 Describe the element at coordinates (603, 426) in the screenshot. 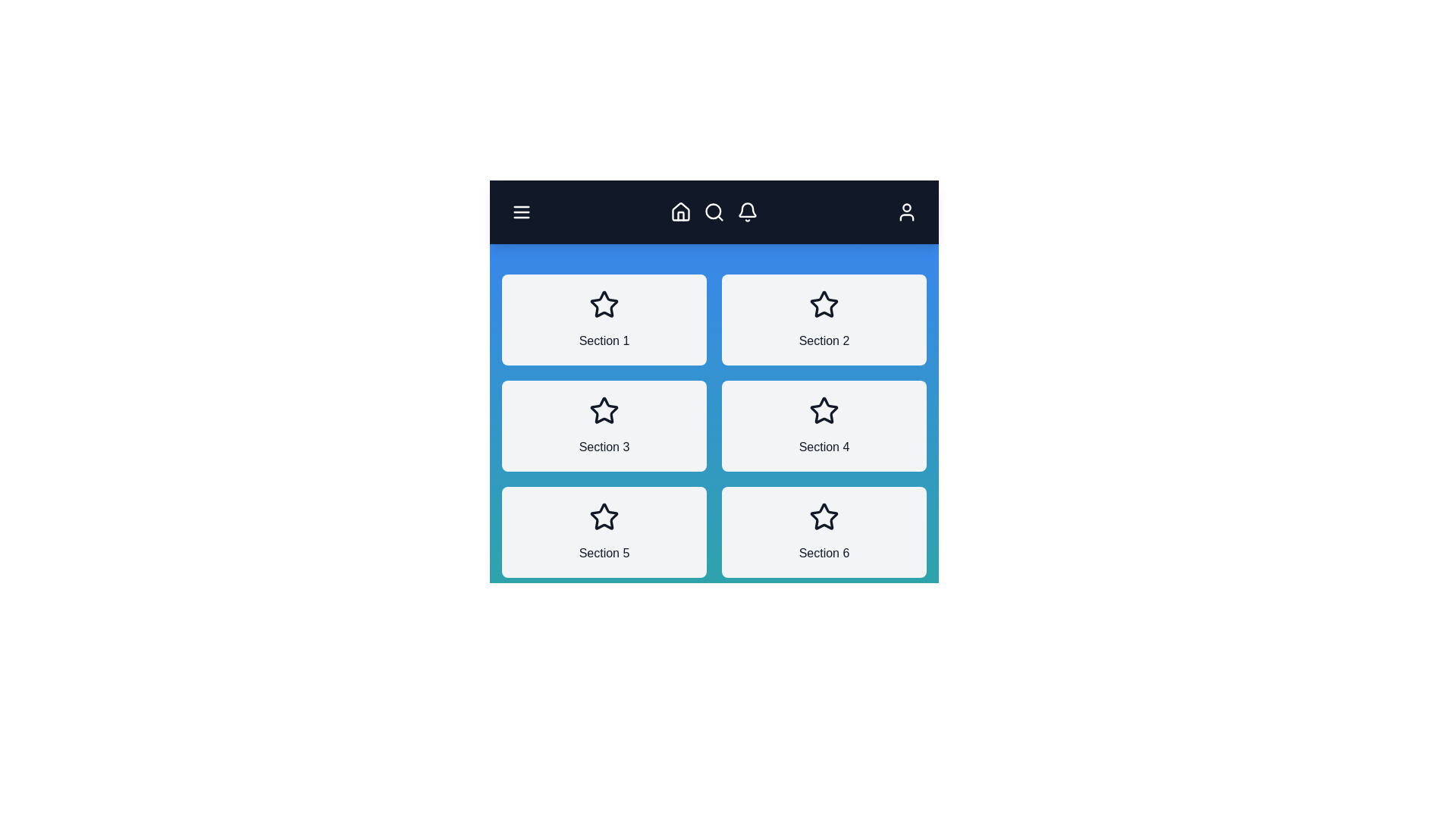

I see `the section labeled Section 3 to view its details` at that location.